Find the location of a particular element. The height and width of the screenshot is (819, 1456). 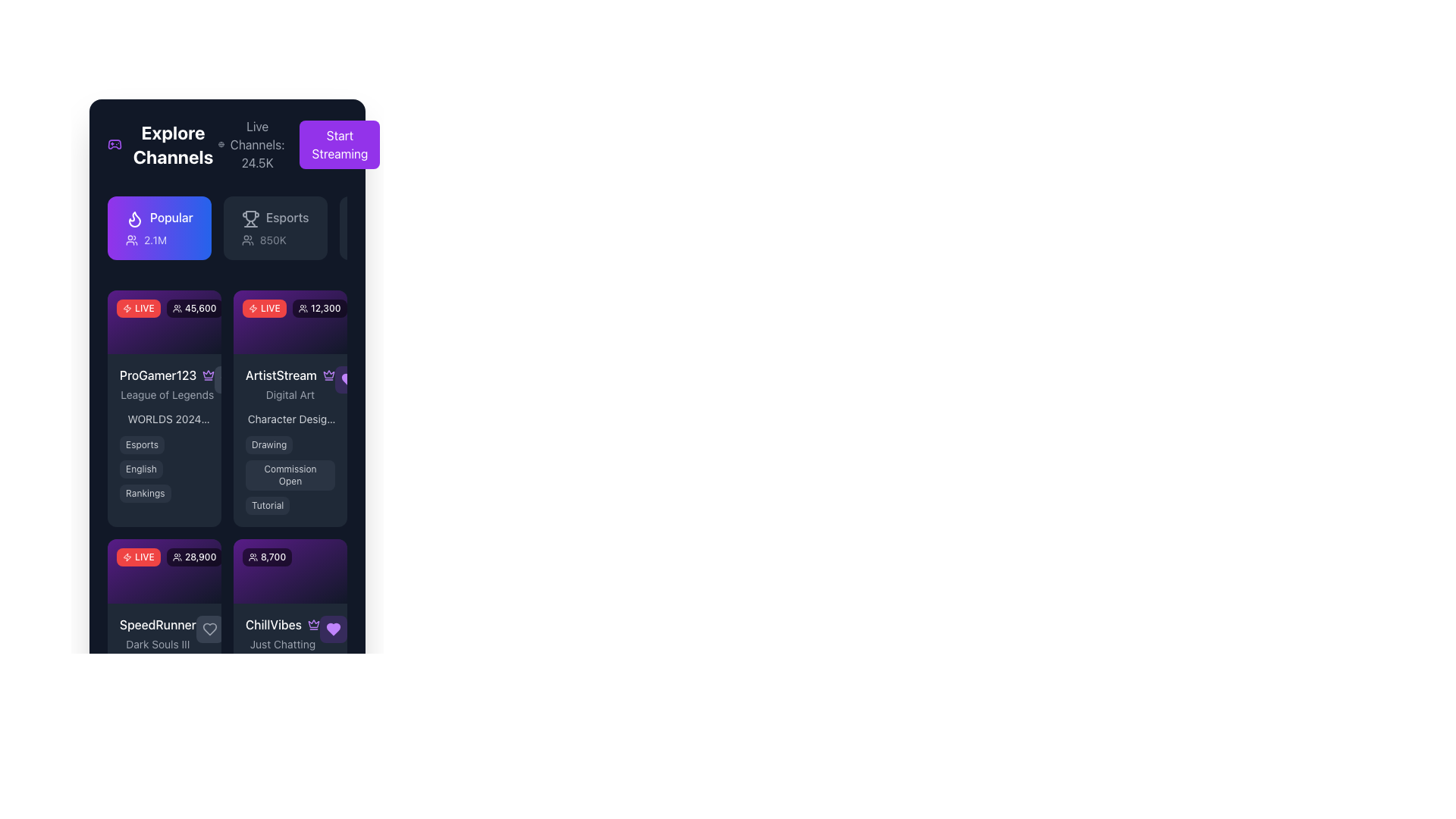

text content of the label that identifies the channel name 'ArtistStream', located in the second column below the header indicating popularity is located at coordinates (290, 375).